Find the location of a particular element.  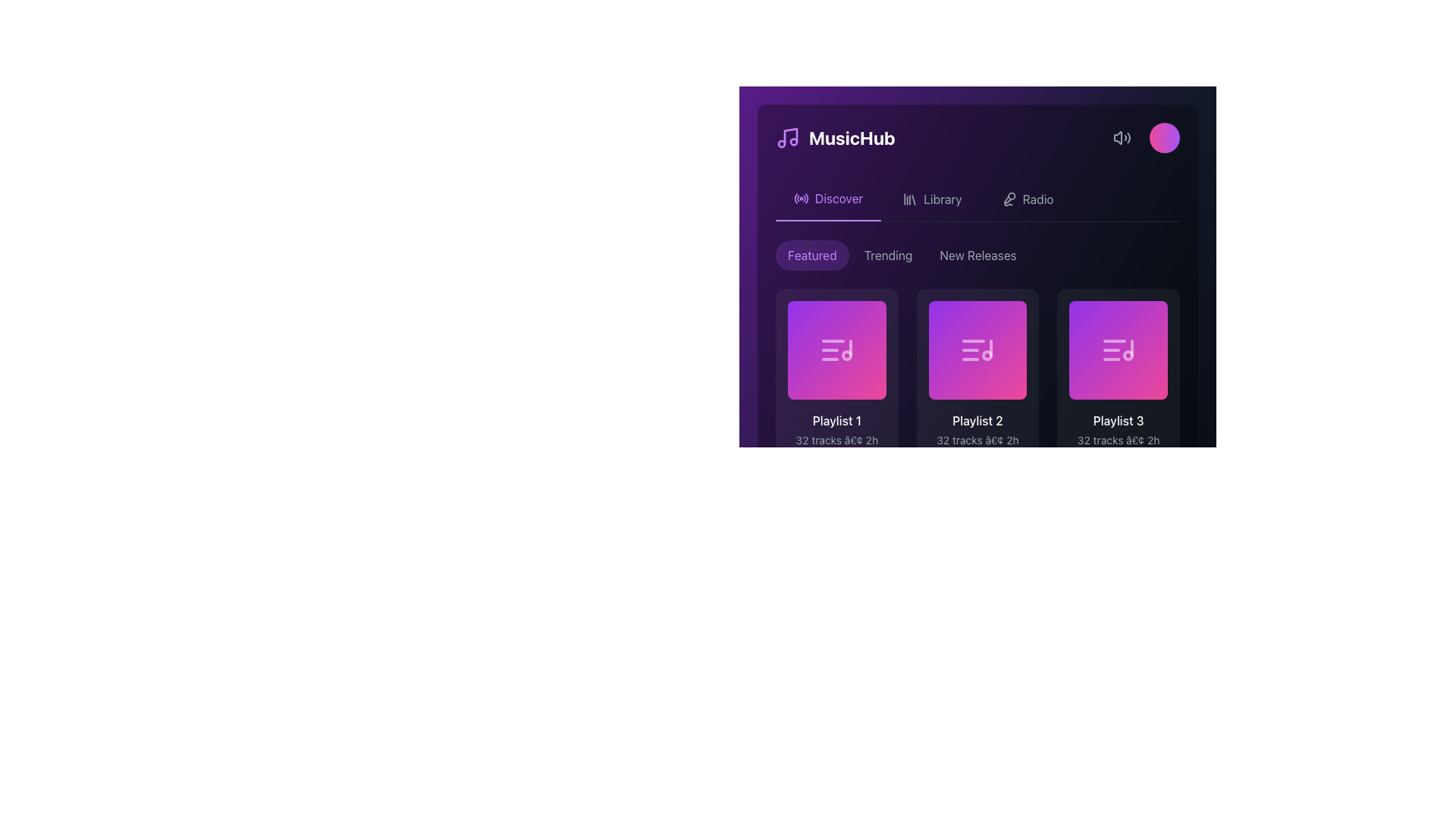

the musical note icon with horizontal lines, which is located at the center of the first playlist card under the 'Featured' section is located at coordinates (836, 350).